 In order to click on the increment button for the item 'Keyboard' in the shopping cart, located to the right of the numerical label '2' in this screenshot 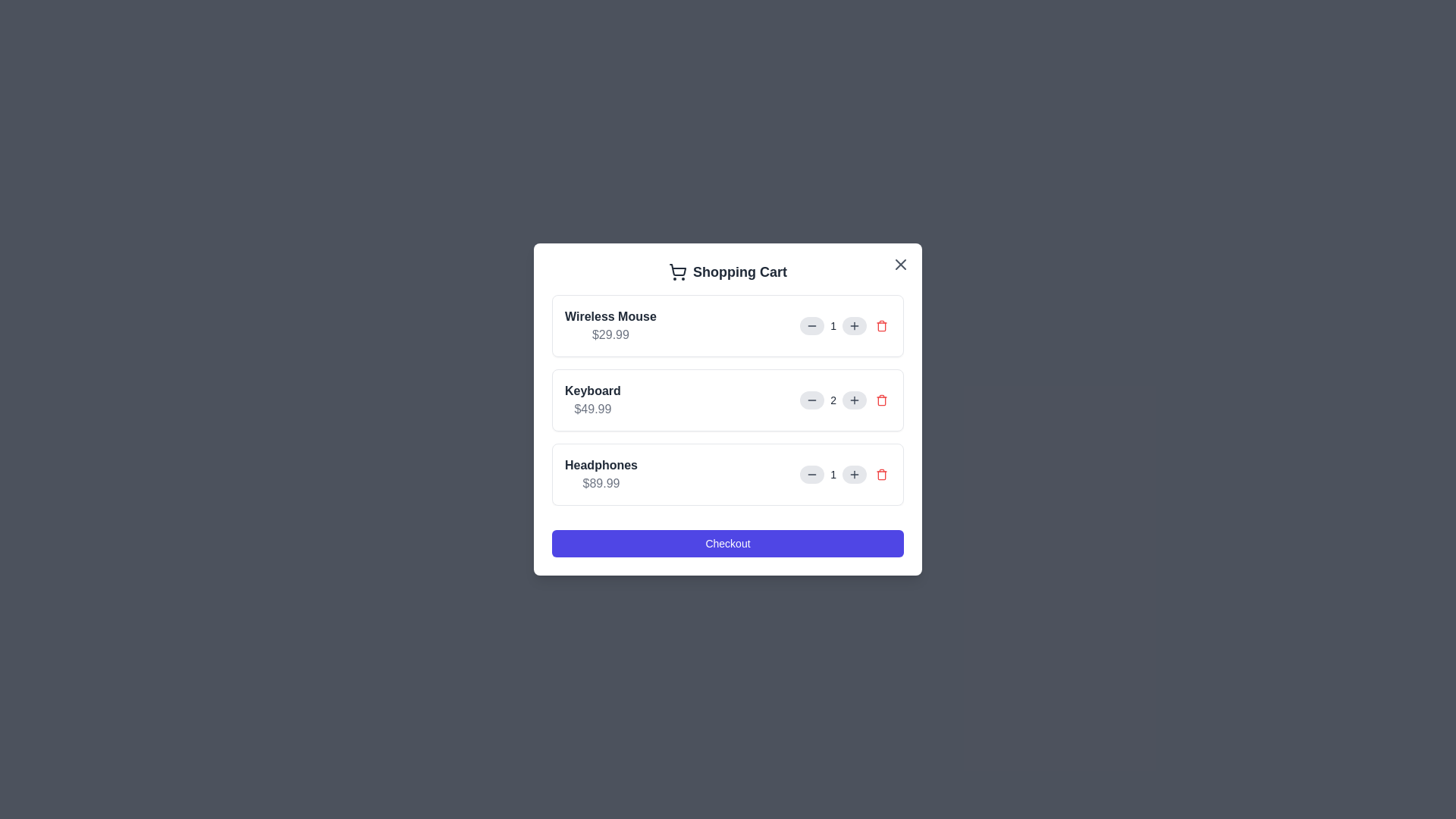, I will do `click(855, 400)`.